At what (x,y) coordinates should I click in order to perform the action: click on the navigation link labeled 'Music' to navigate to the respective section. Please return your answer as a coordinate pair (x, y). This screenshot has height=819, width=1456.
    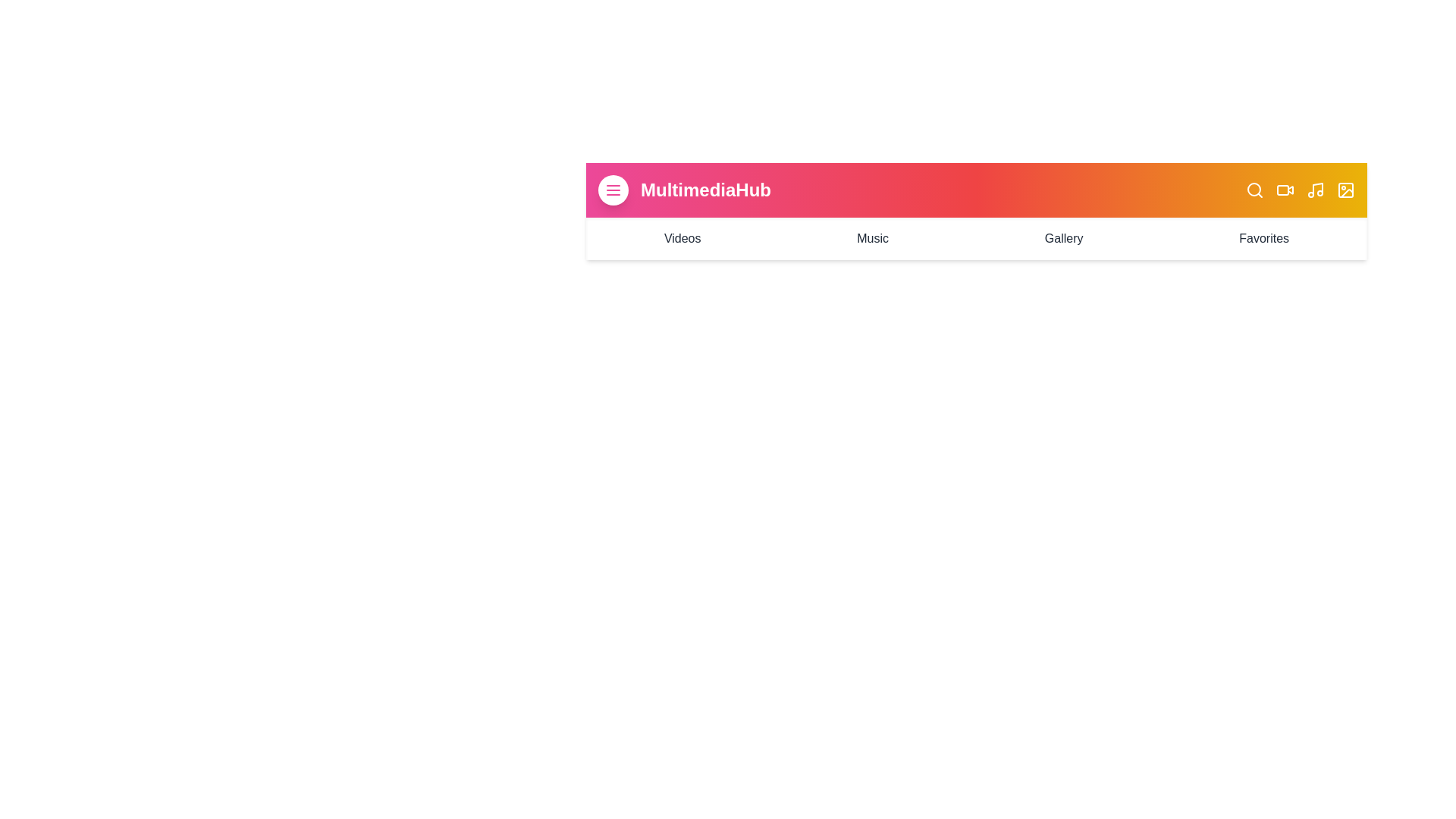
    Looking at the image, I should click on (873, 239).